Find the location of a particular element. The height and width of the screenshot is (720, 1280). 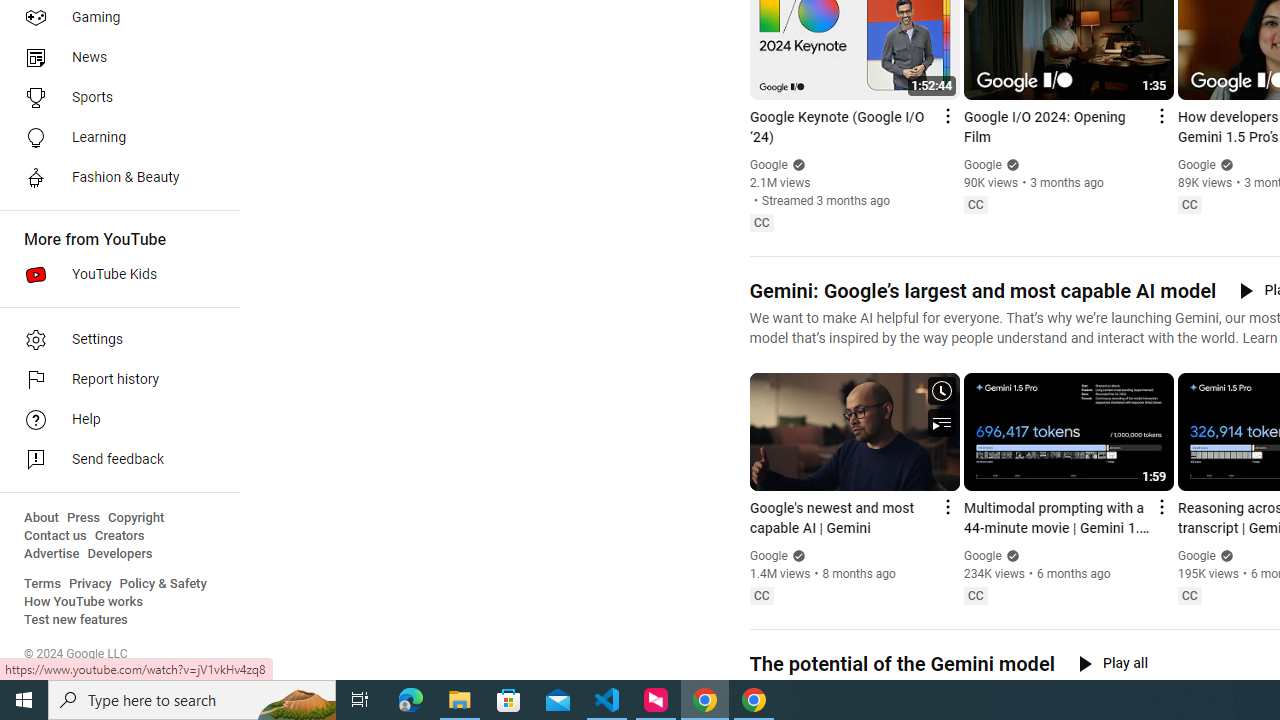

'Developers' is located at coordinates (119, 554).